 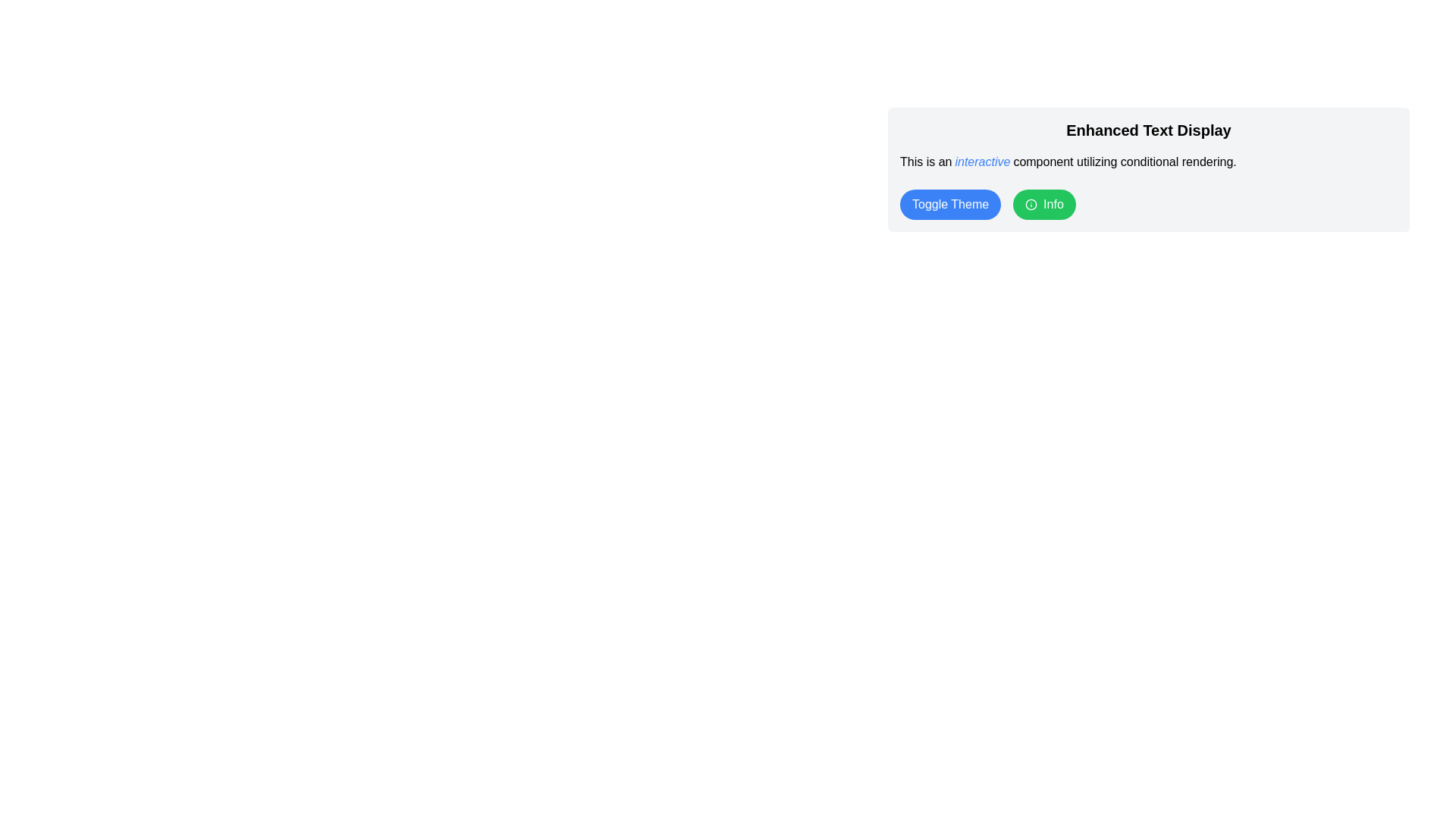 What do you see at coordinates (1031, 205) in the screenshot?
I see `the 'Info' icon, which is represented as a circle to the right of the 'Toggle Theme' button` at bounding box center [1031, 205].